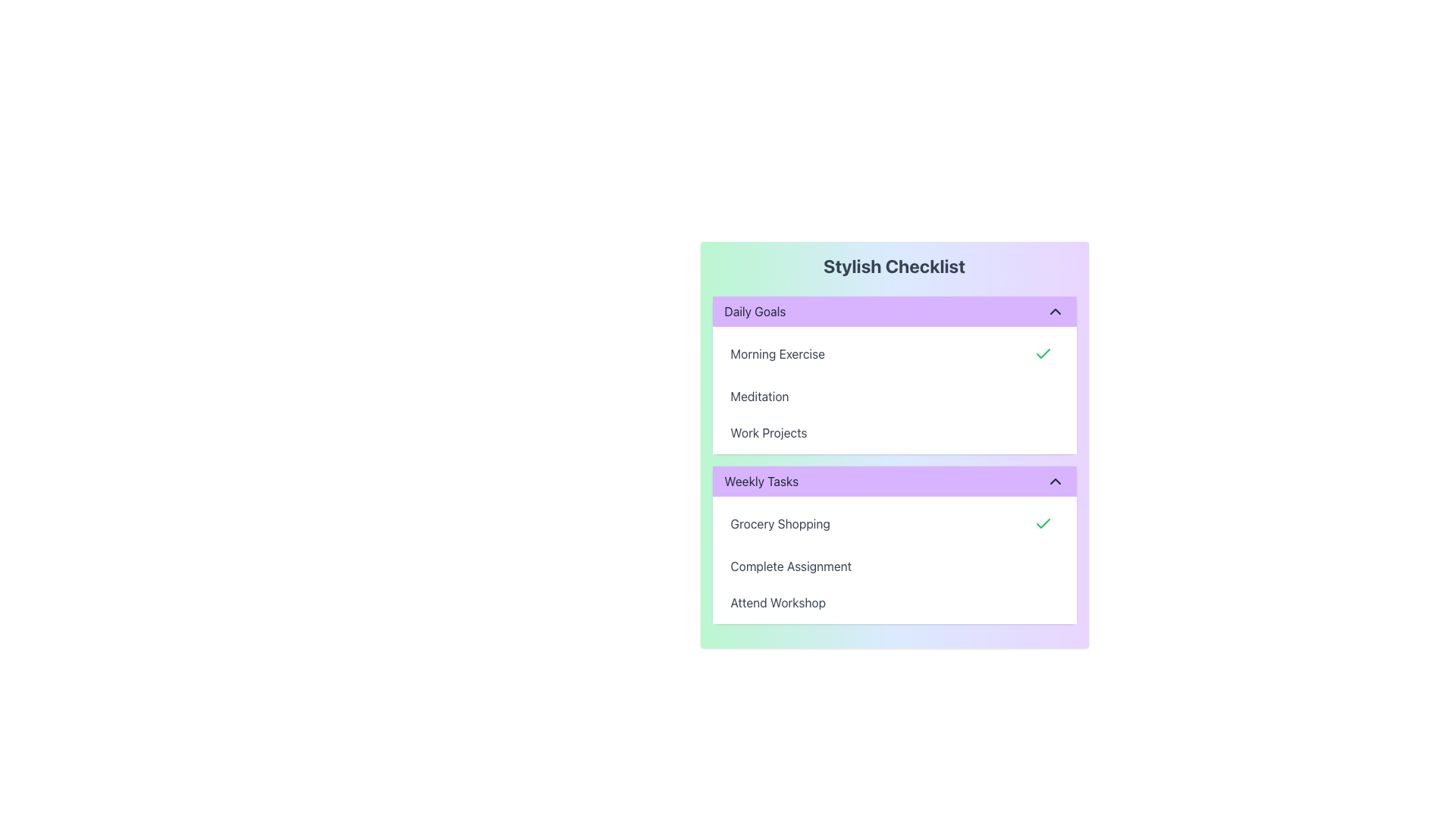  What do you see at coordinates (894, 353) in the screenshot?
I see `the 'Morning Exercise' checklist item row, which is the first item in the 'Daily Goals' section` at bounding box center [894, 353].